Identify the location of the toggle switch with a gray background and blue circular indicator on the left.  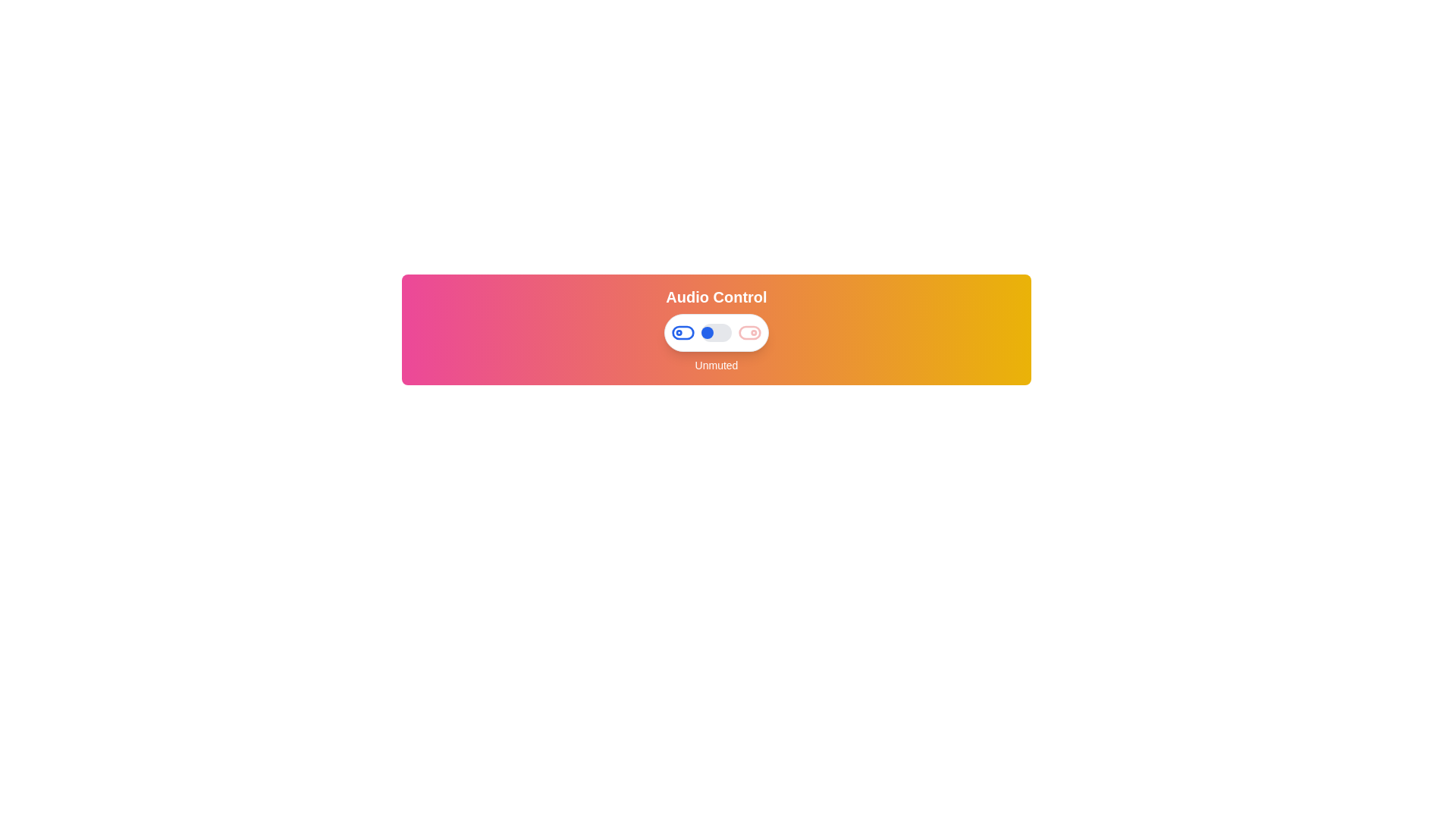
(716, 332).